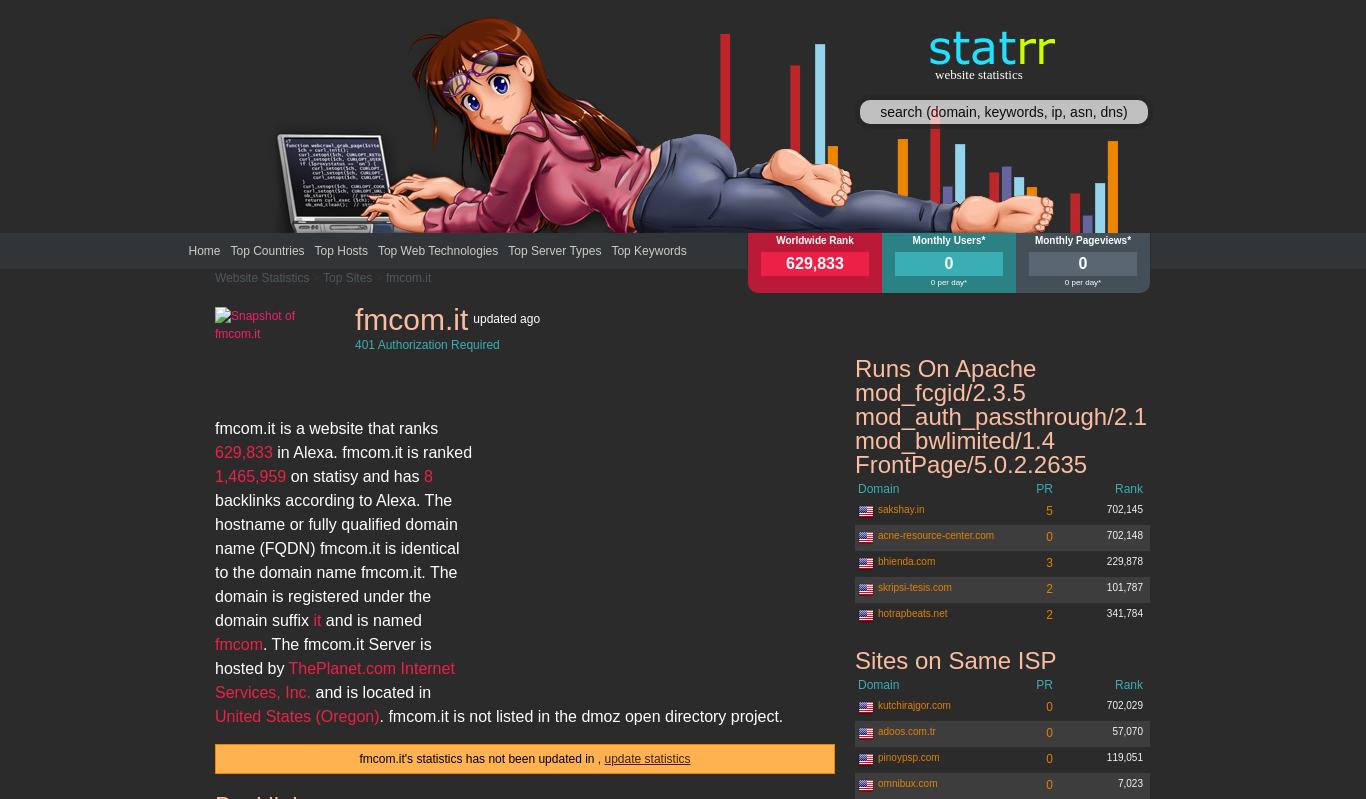  What do you see at coordinates (955, 659) in the screenshot?
I see `'Sites on Same ISP'` at bounding box center [955, 659].